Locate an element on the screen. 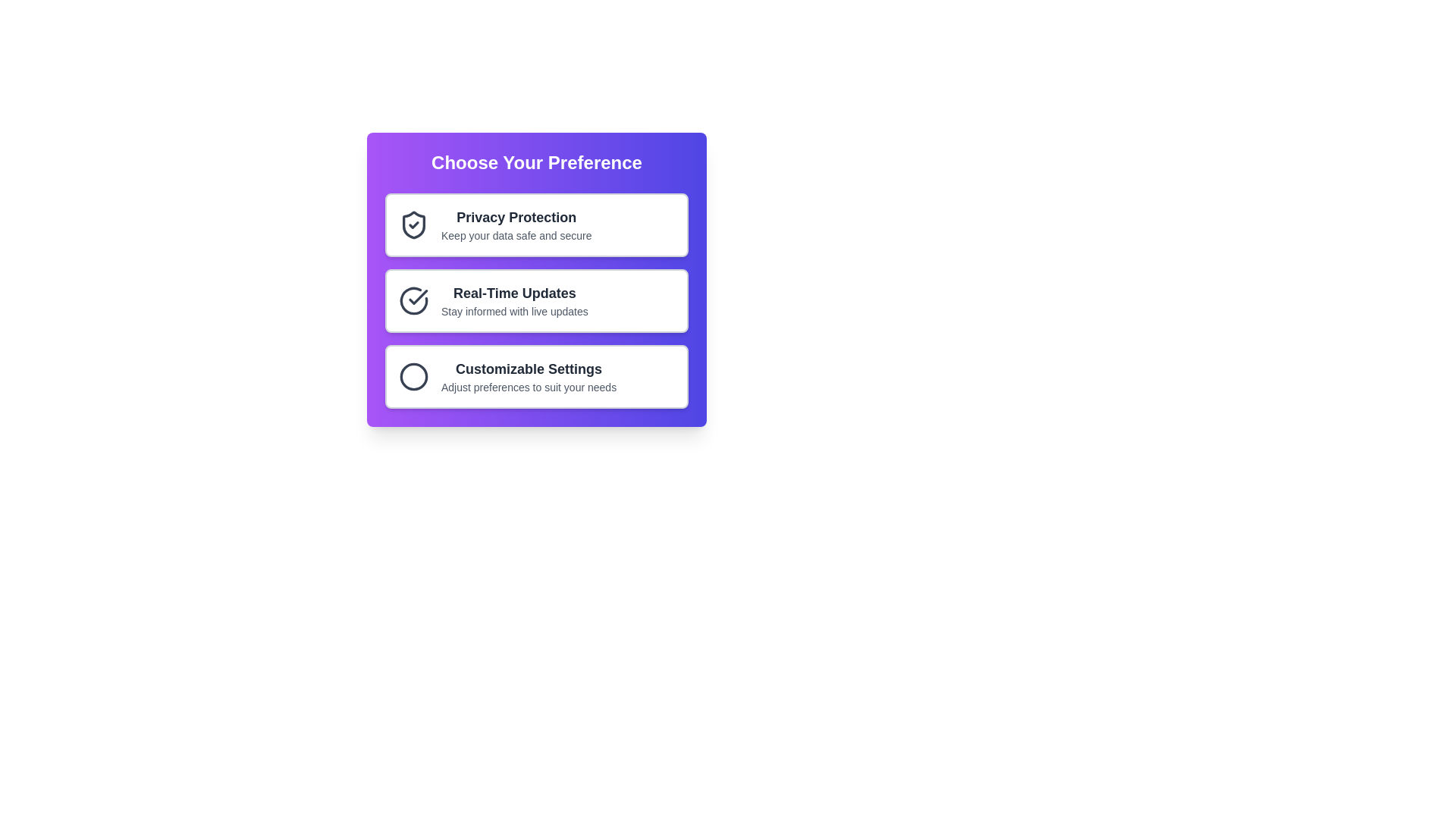 The height and width of the screenshot is (819, 1456). the descriptive text block that conveys information about customizable settings, located at the bottom of the vertical list inside the 'Choose Your Preference' card is located at coordinates (529, 376).